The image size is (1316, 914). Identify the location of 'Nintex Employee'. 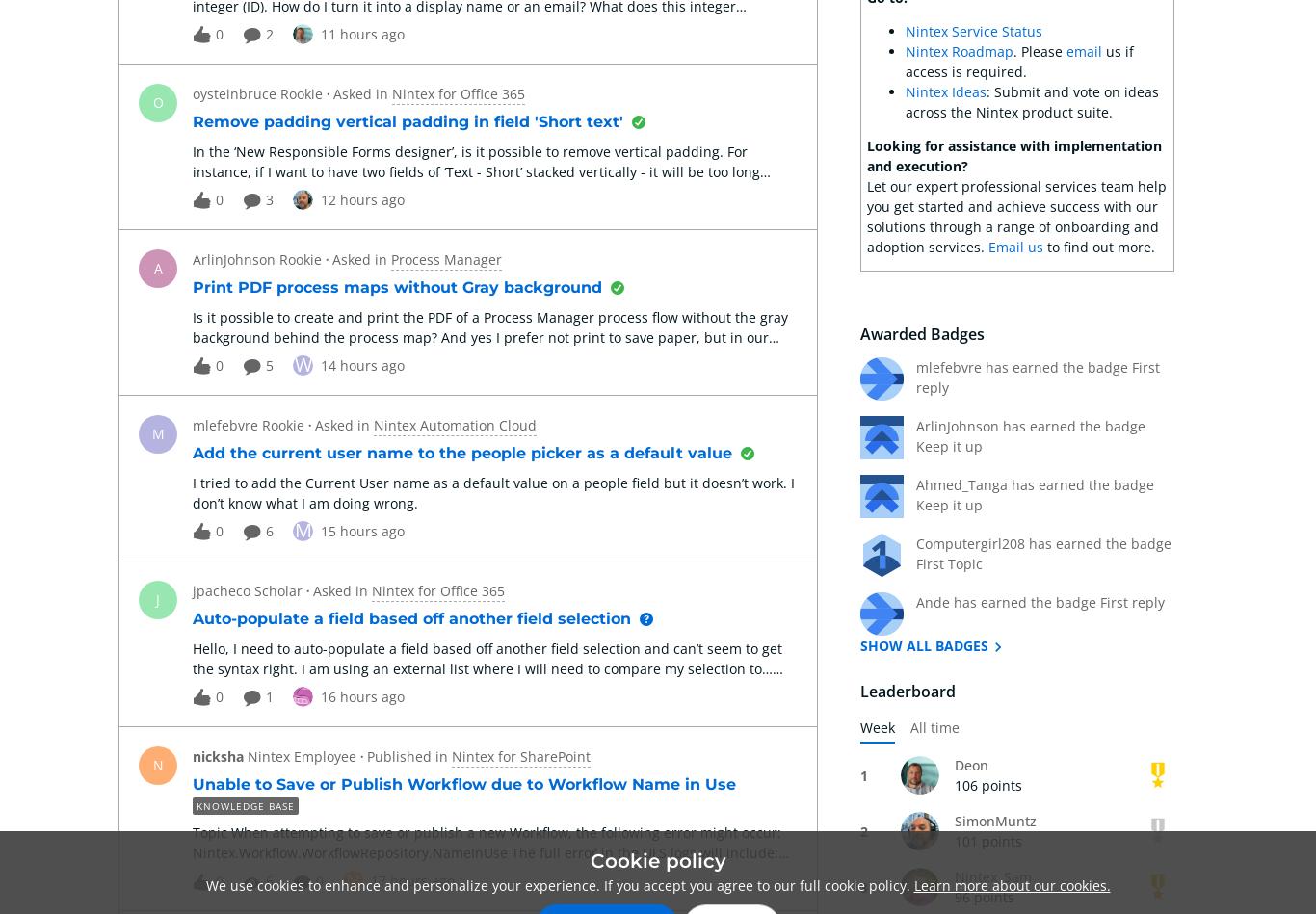
(302, 755).